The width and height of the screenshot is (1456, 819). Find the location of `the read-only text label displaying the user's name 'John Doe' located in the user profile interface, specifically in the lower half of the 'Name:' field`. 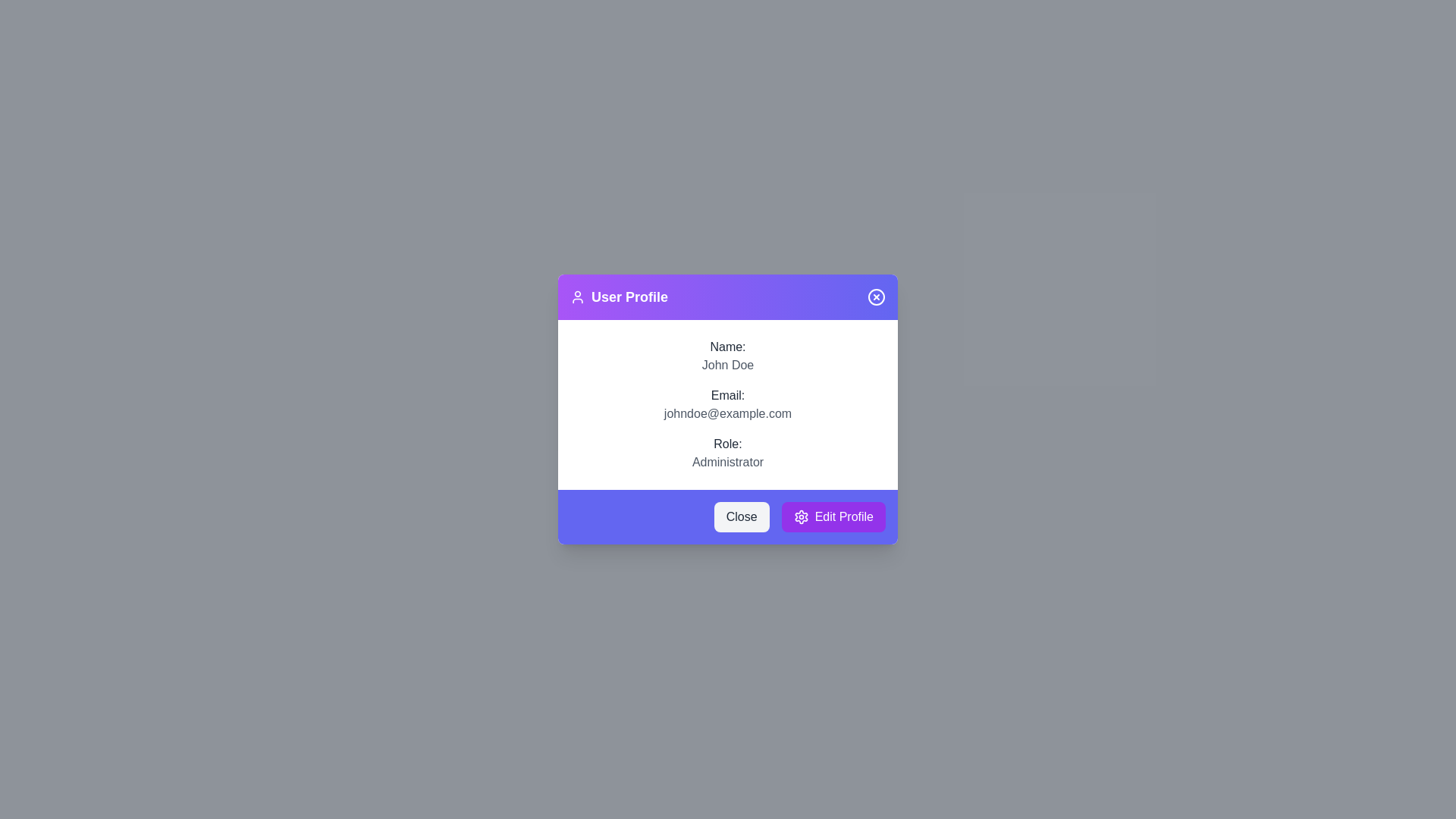

the read-only text label displaying the user's name 'John Doe' located in the user profile interface, specifically in the lower half of the 'Name:' field is located at coordinates (728, 366).